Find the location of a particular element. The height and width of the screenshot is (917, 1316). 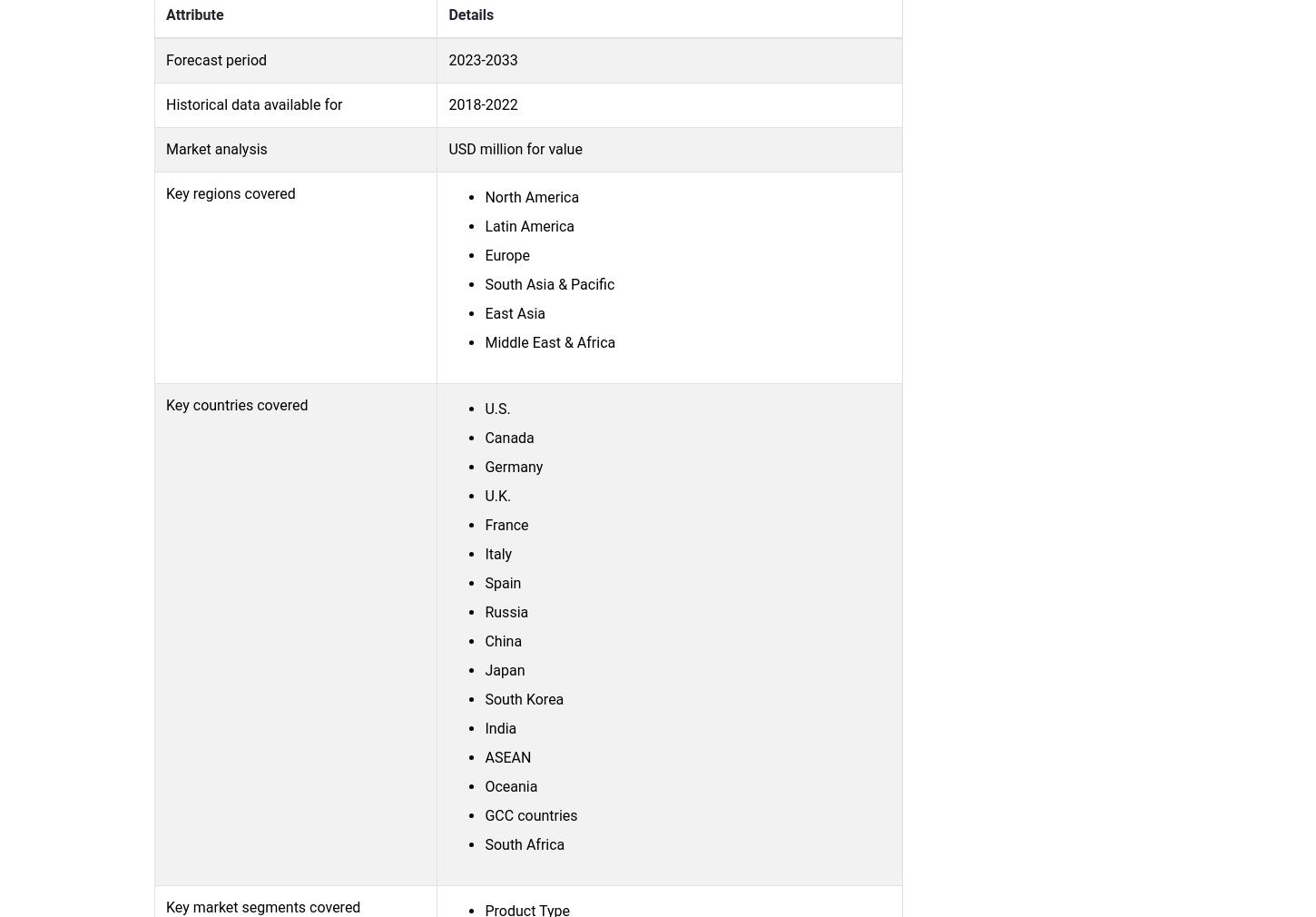

'Canada' is located at coordinates (509, 437).